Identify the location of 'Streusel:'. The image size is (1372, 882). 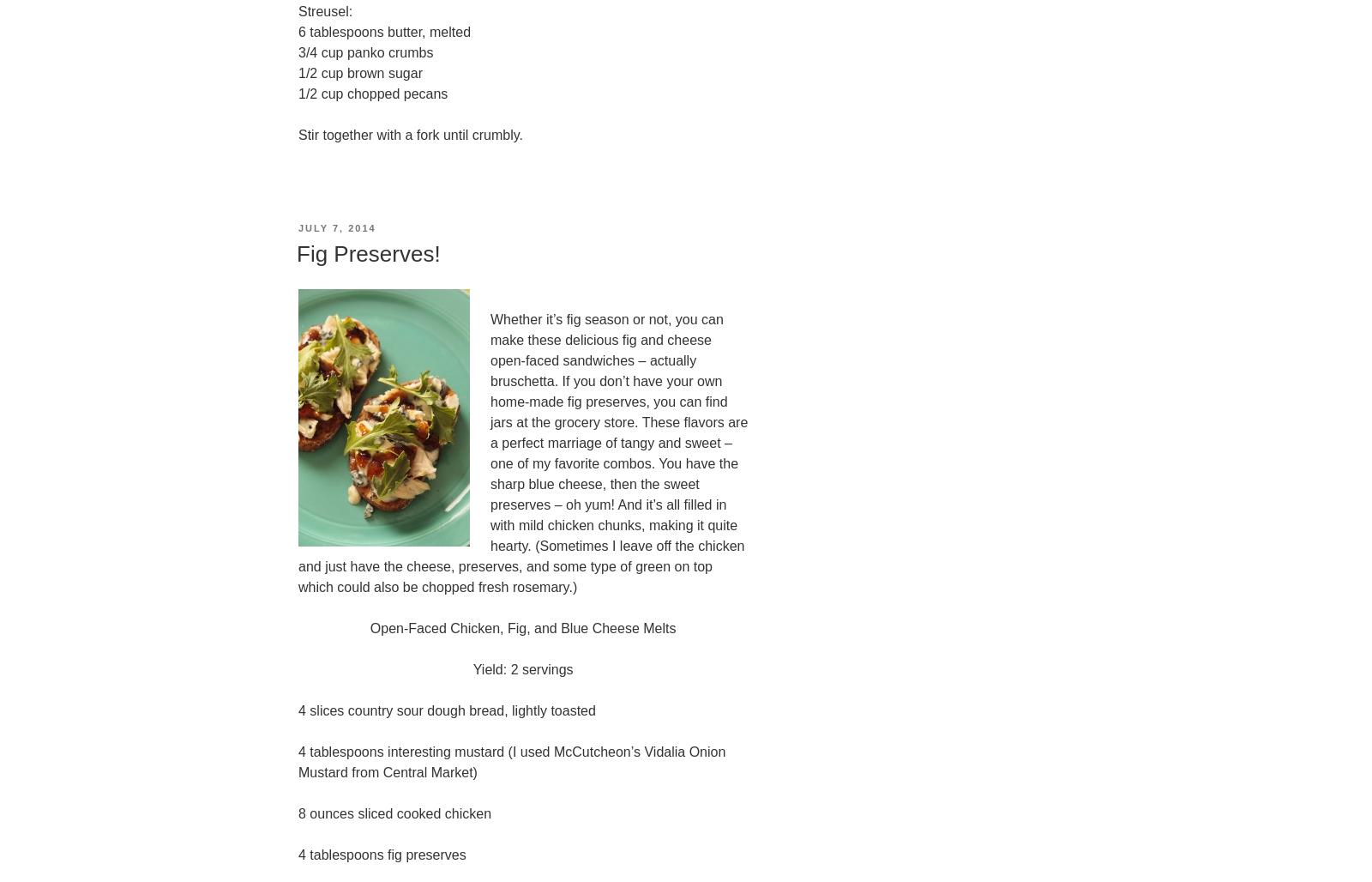
(325, 11).